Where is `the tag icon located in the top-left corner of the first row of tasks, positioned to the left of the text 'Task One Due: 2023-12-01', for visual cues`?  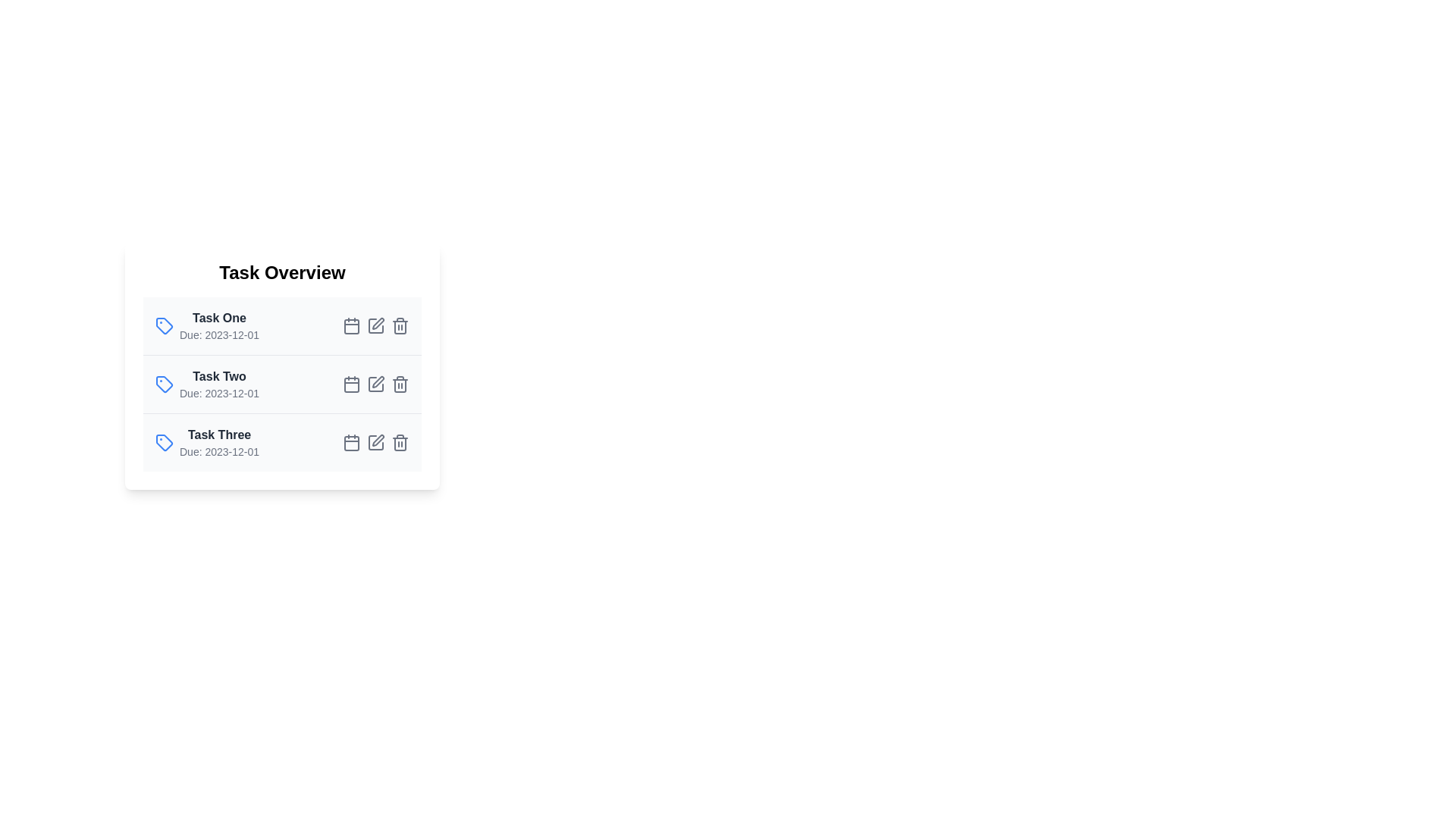 the tag icon located in the top-left corner of the first row of tasks, positioned to the left of the text 'Task One Due: 2023-12-01', for visual cues is located at coordinates (164, 325).